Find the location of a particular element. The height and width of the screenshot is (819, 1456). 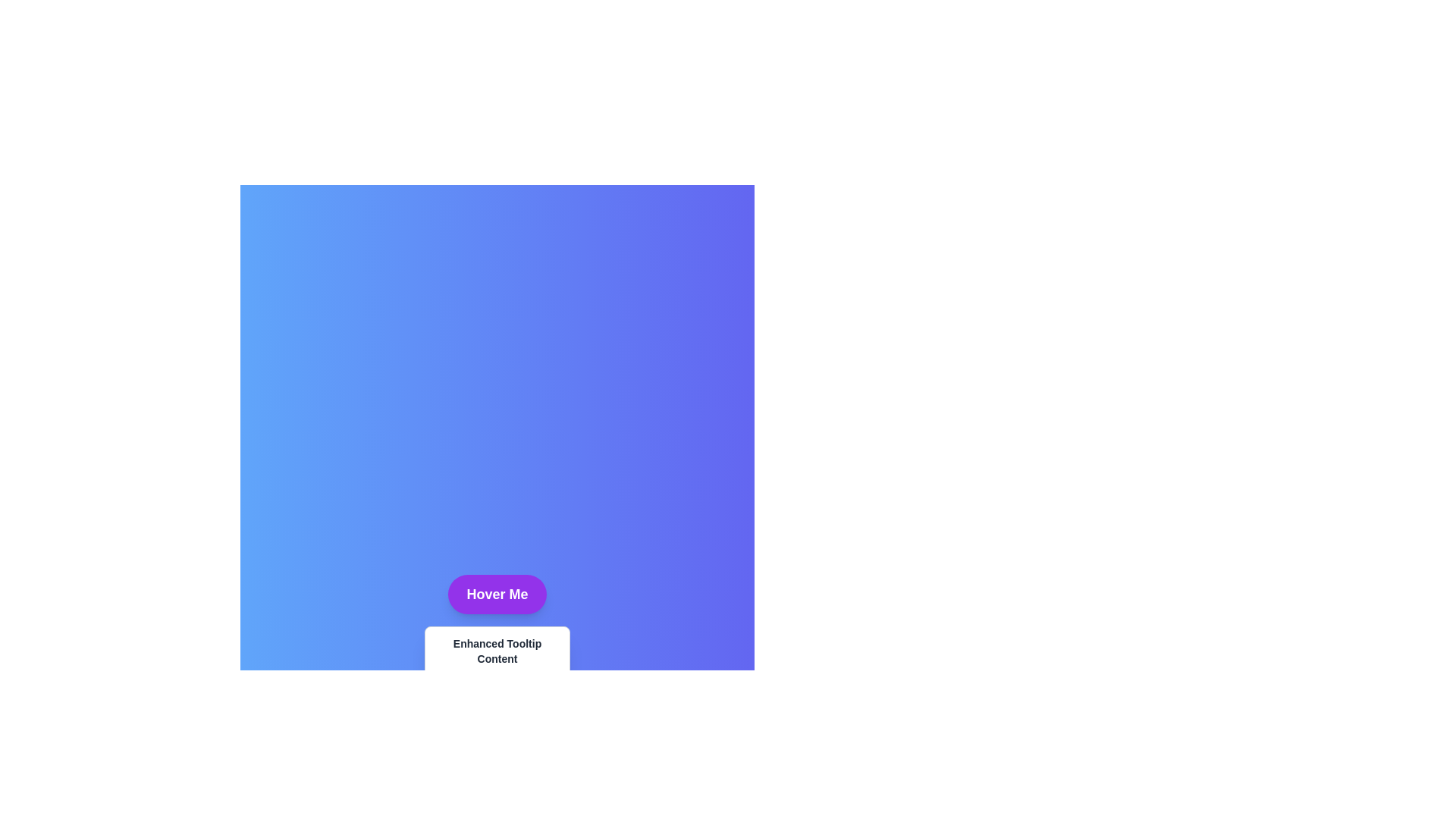

content displayed in the tooltip that appears below the 'Hover Me' button when interacted with is located at coordinates (497, 651).